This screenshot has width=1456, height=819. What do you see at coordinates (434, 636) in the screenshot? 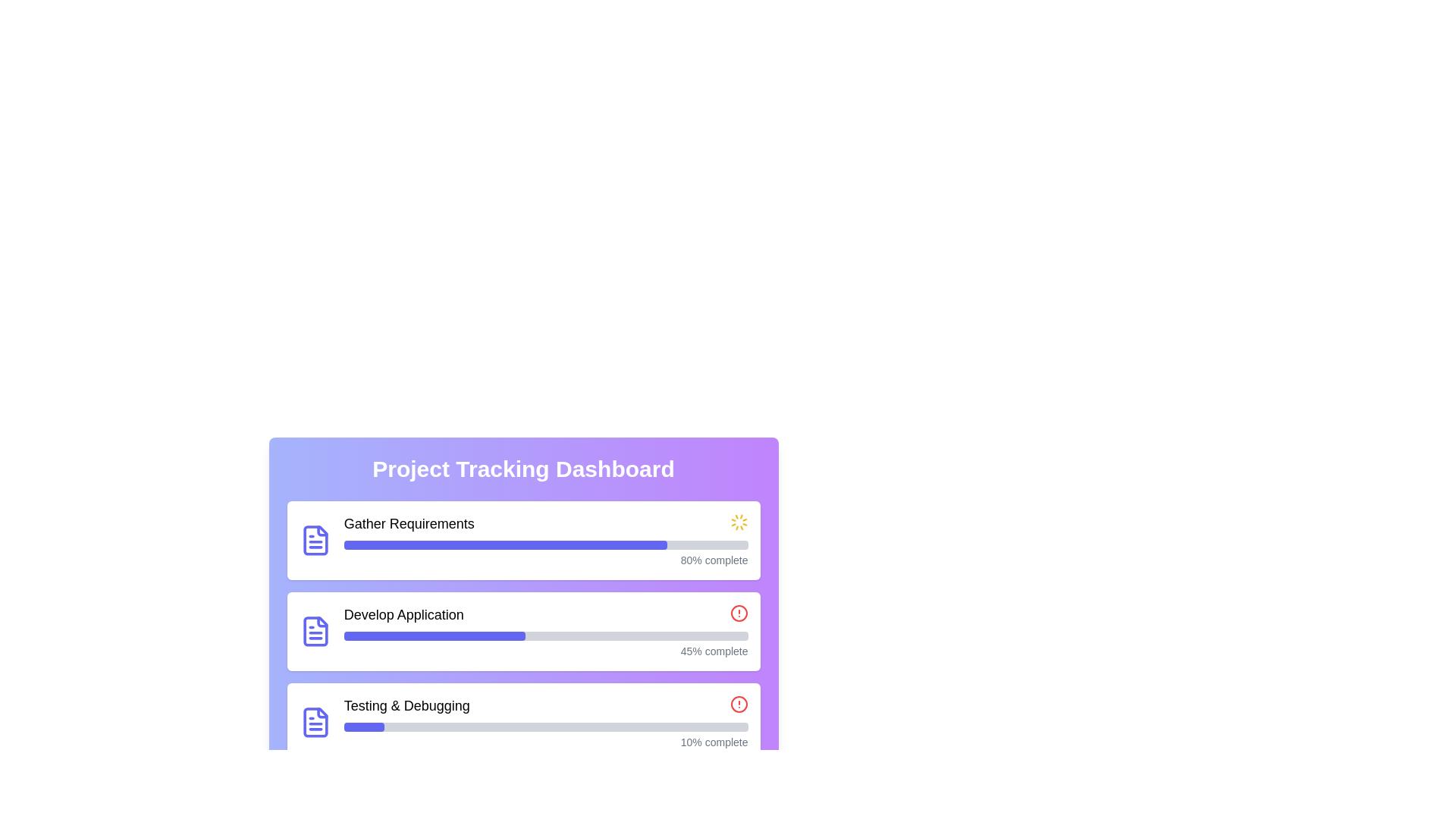
I see `the Progress Bar Indicator that visually represents the completion percentage of the 'Develop Application' task in the project tracking interface for interaction` at bounding box center [434, 636].